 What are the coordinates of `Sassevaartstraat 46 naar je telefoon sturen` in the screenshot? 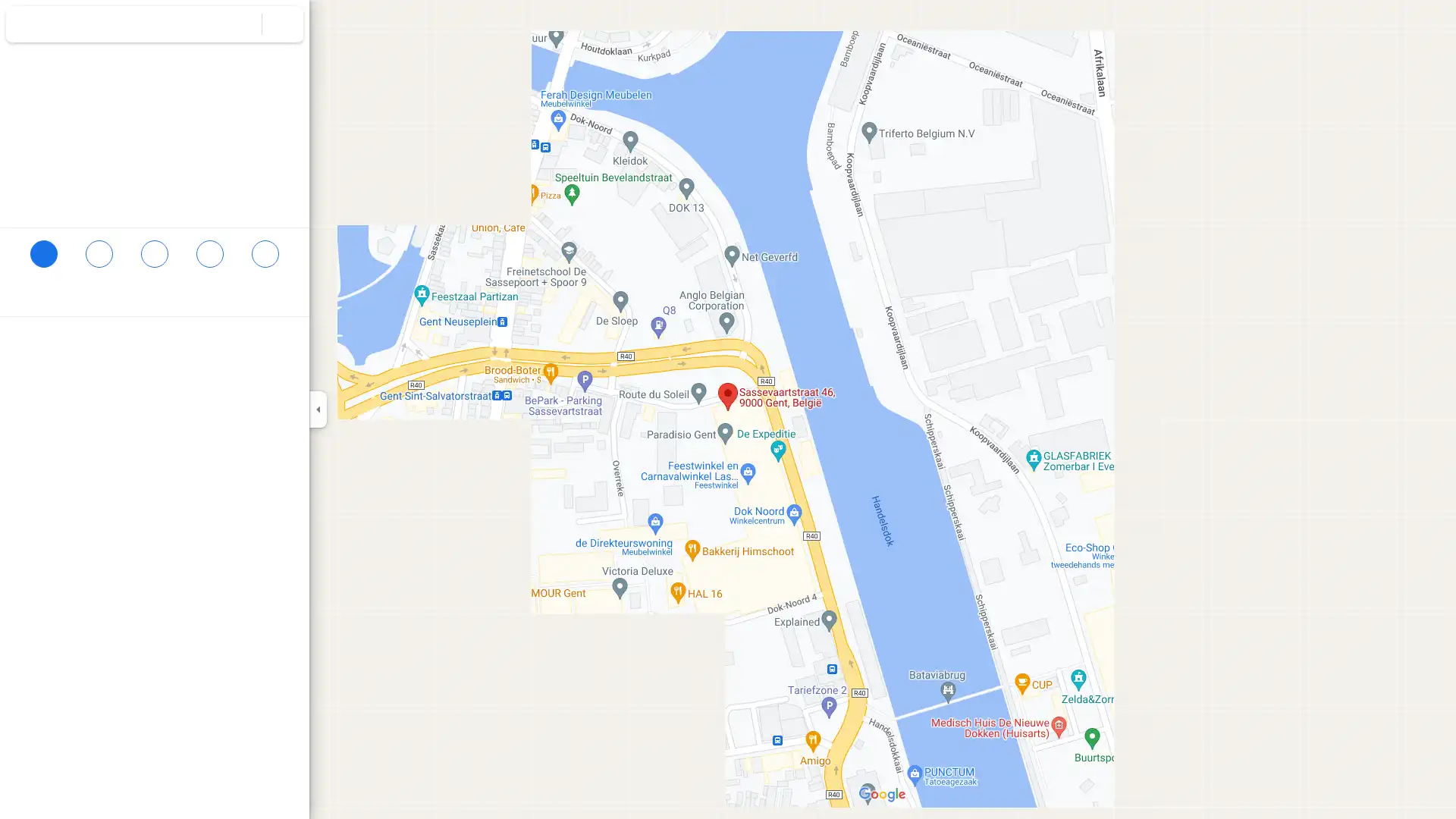 It's located at (209, 271).